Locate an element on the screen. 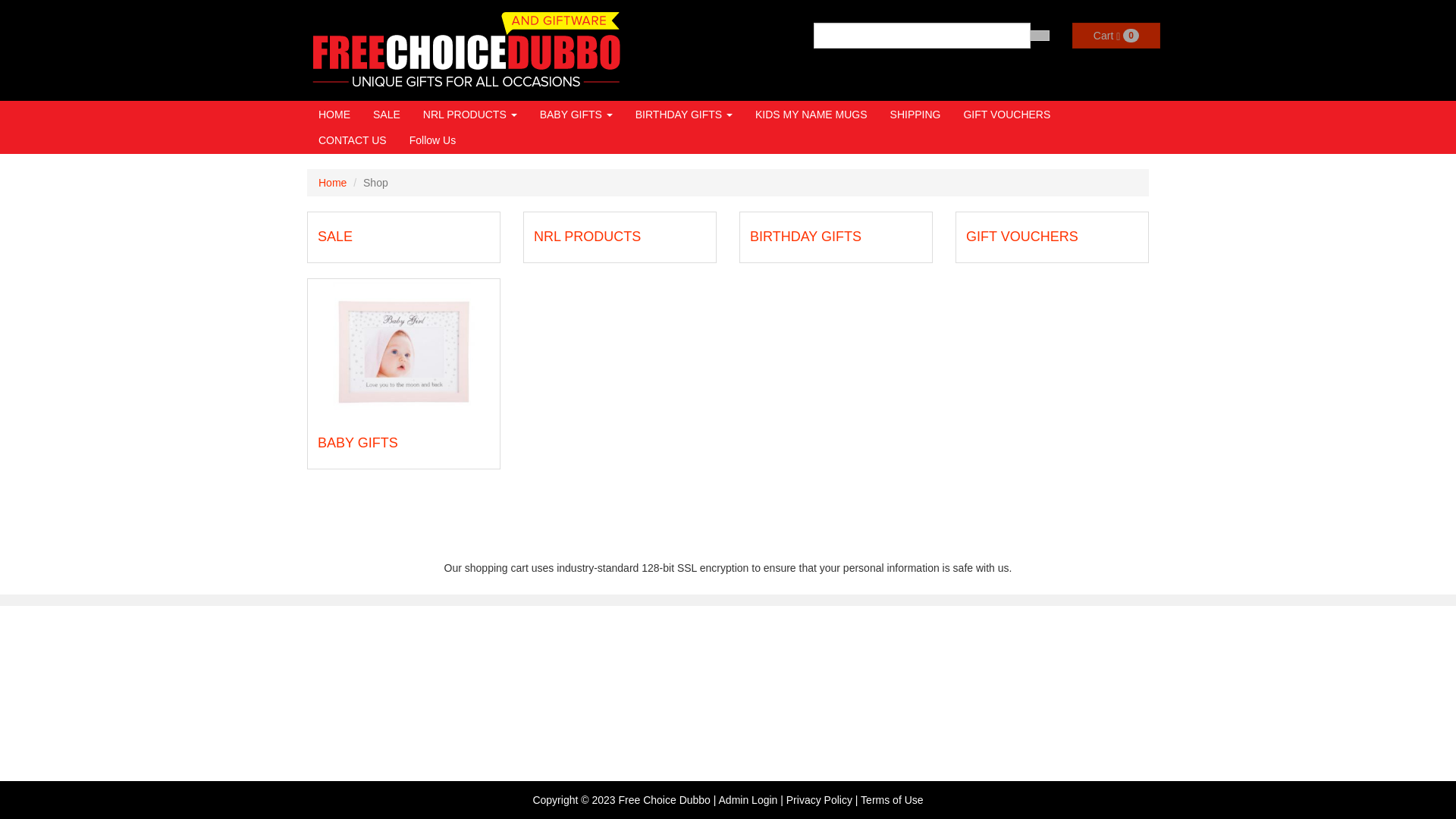 The image size is (1456, 819). 'CONTACT US' is located at coordinates (352, 140).